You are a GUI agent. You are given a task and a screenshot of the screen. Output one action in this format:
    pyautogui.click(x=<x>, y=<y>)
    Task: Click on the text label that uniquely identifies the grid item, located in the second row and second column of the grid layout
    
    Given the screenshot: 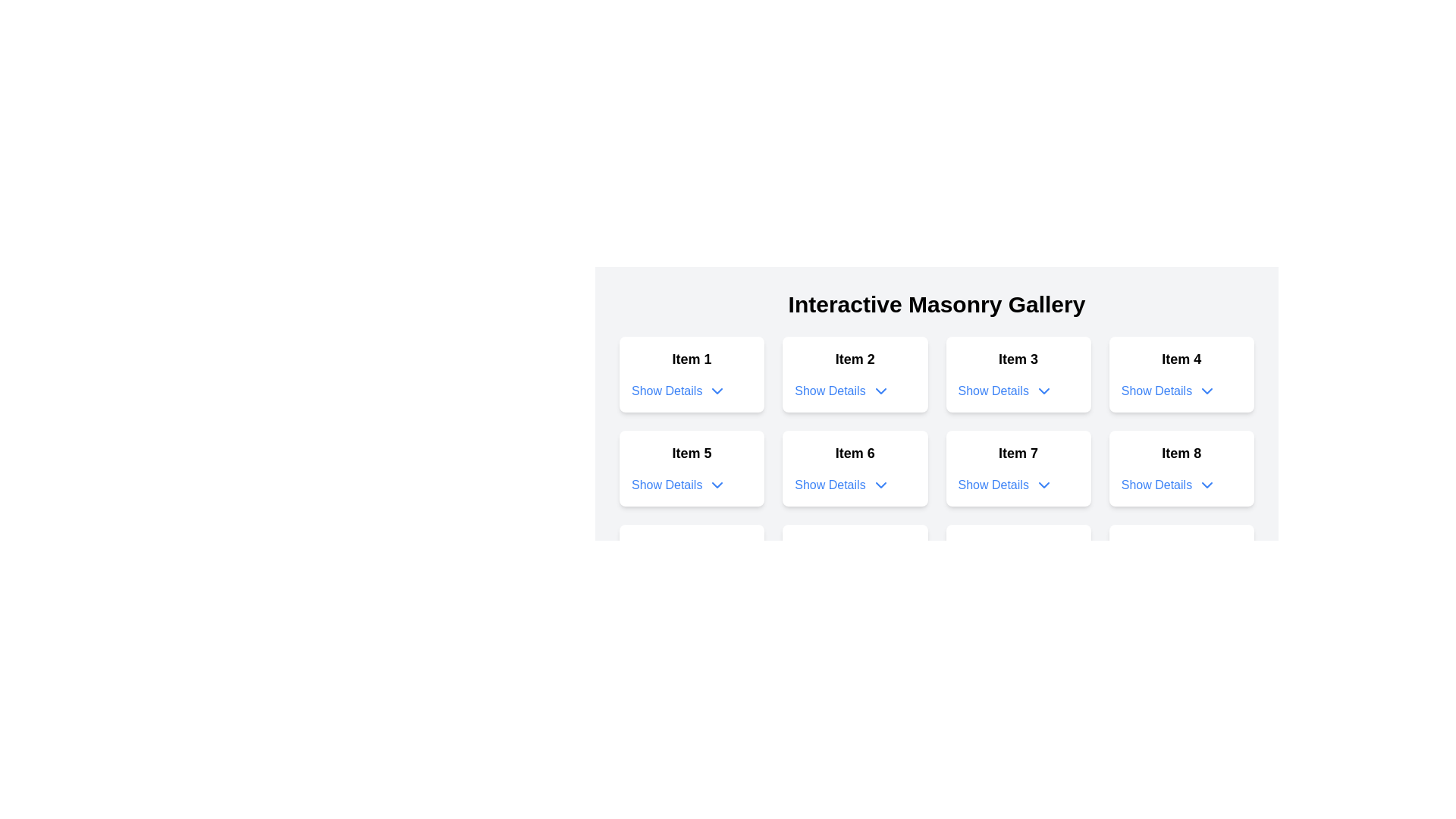 What is the action you would take?
    pyautogui.click(x=855, y=452)
    